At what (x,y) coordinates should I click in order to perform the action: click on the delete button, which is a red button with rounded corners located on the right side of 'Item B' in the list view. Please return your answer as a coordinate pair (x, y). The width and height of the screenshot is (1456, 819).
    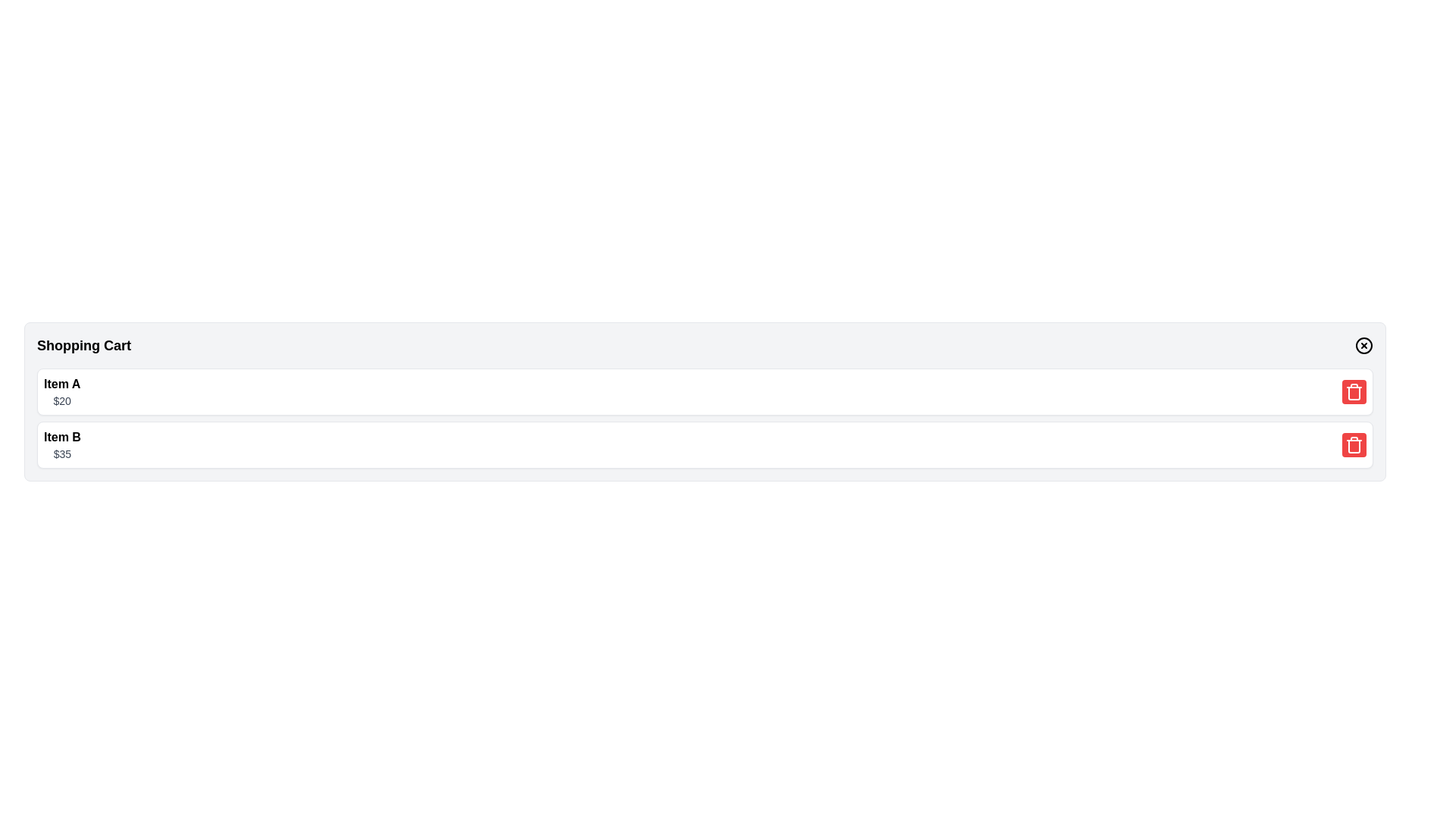
    Looking at the image, I should click on (1354, 444).